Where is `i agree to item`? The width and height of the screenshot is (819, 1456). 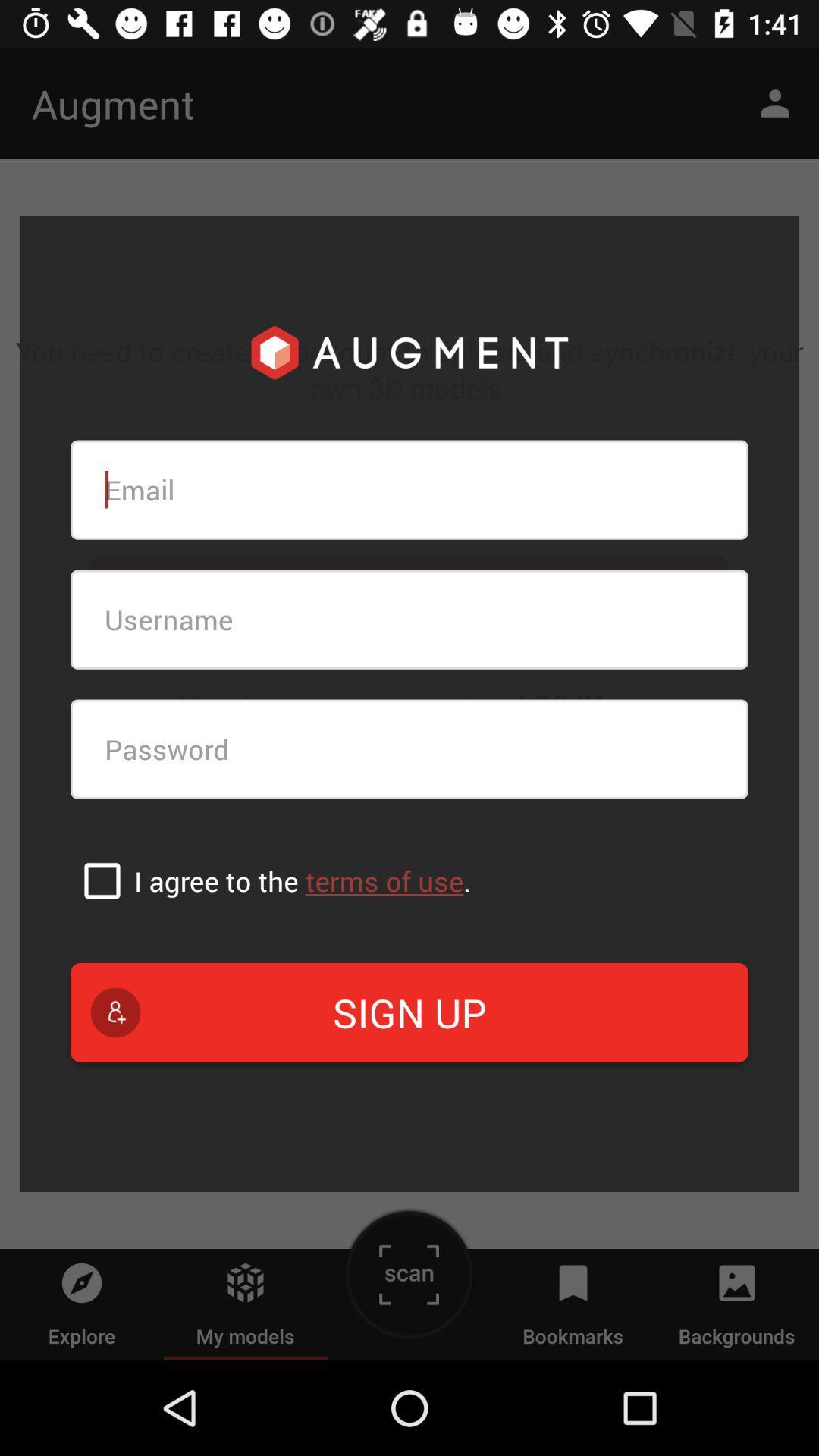
i agree to item is located at coordinates (302, 880).